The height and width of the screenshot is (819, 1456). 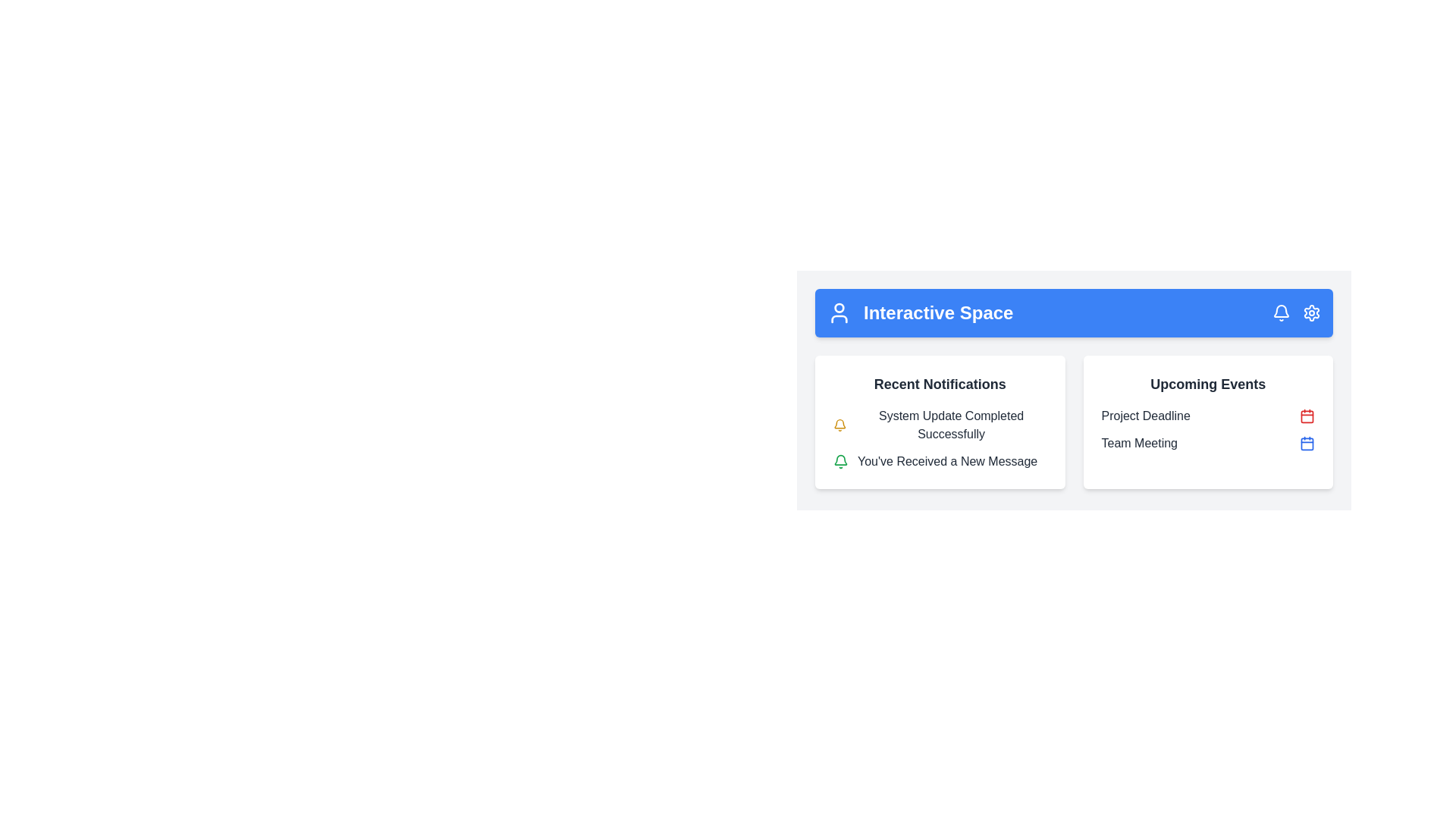 What do you see at coordinates (1280, 312) in the screenshot?
I see `the notification bell icon, which is a modern line design with a blue background and white outline, located to the left of the gear icon in the title bar labeled 'Interactive Space'` at bounding box center [1280, 312].